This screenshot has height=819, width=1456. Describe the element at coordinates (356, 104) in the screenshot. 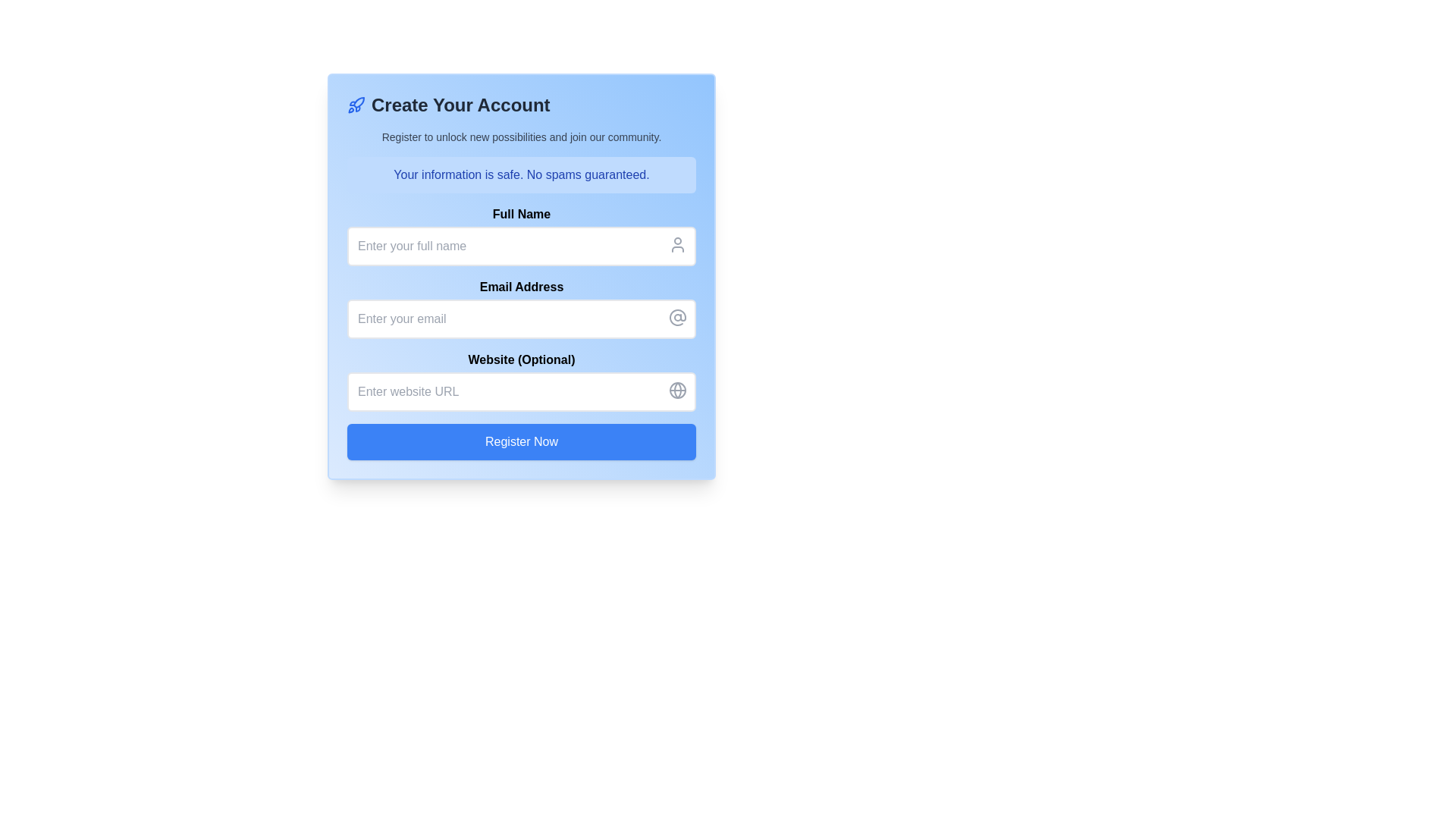

I see `the blue outlined rocket icon to the left of 'Create Your Account' in the registration form header` at that location.